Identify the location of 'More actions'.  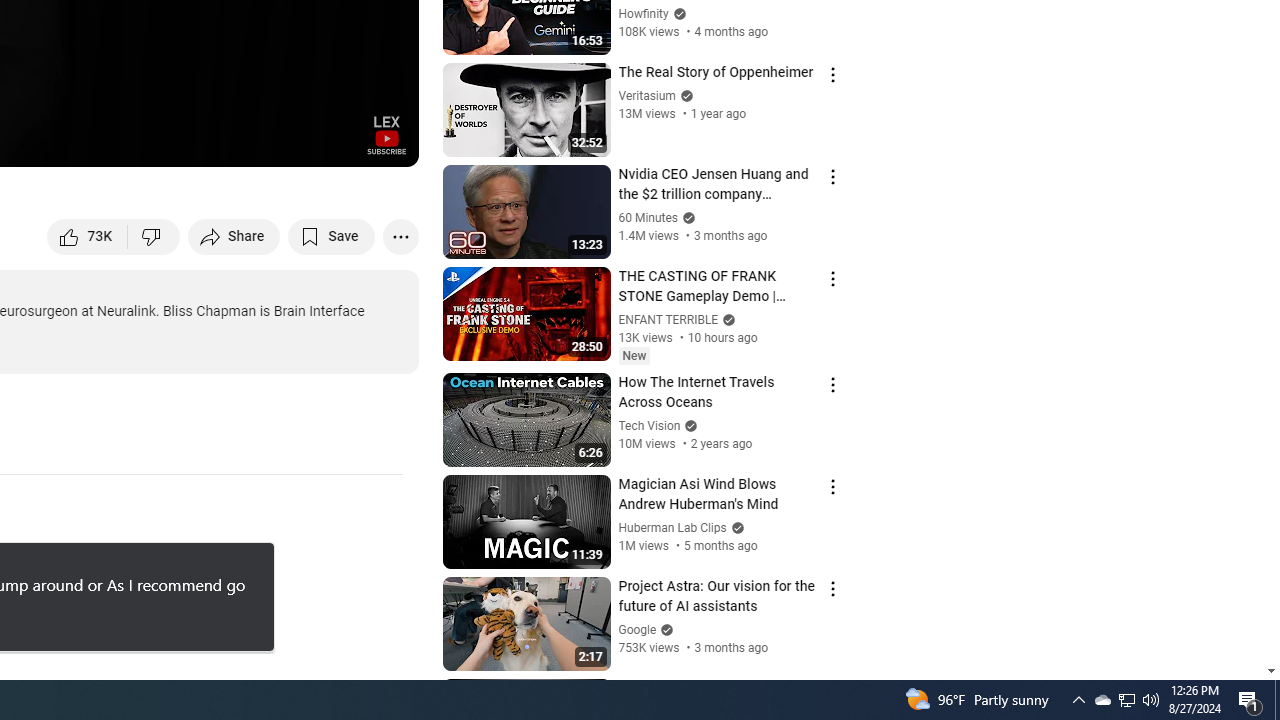
(400, 235).